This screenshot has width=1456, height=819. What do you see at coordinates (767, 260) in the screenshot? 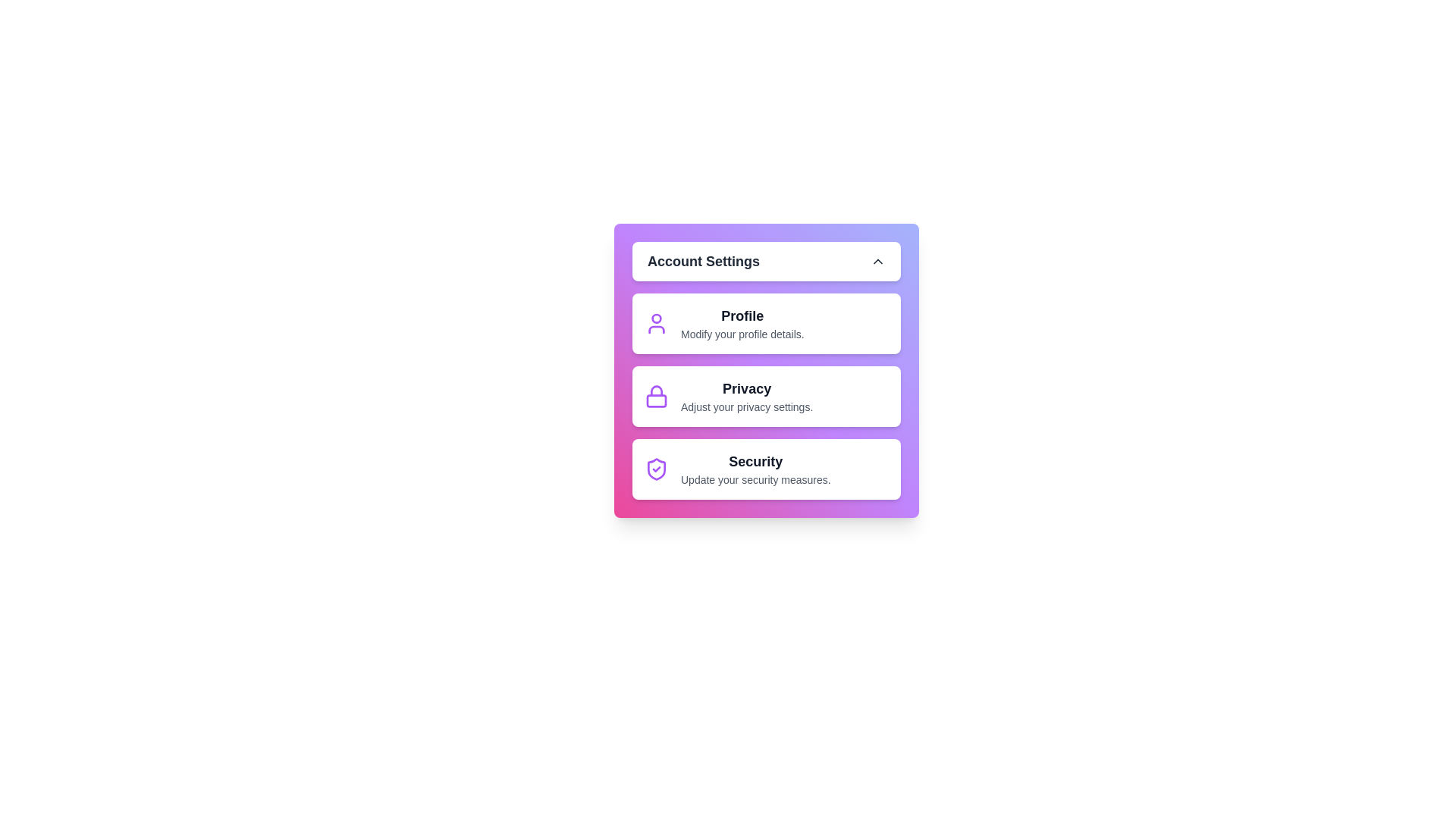
I see `the 'Account Settings' button to toggle the menu visibility` at bounding box center [767, 260].